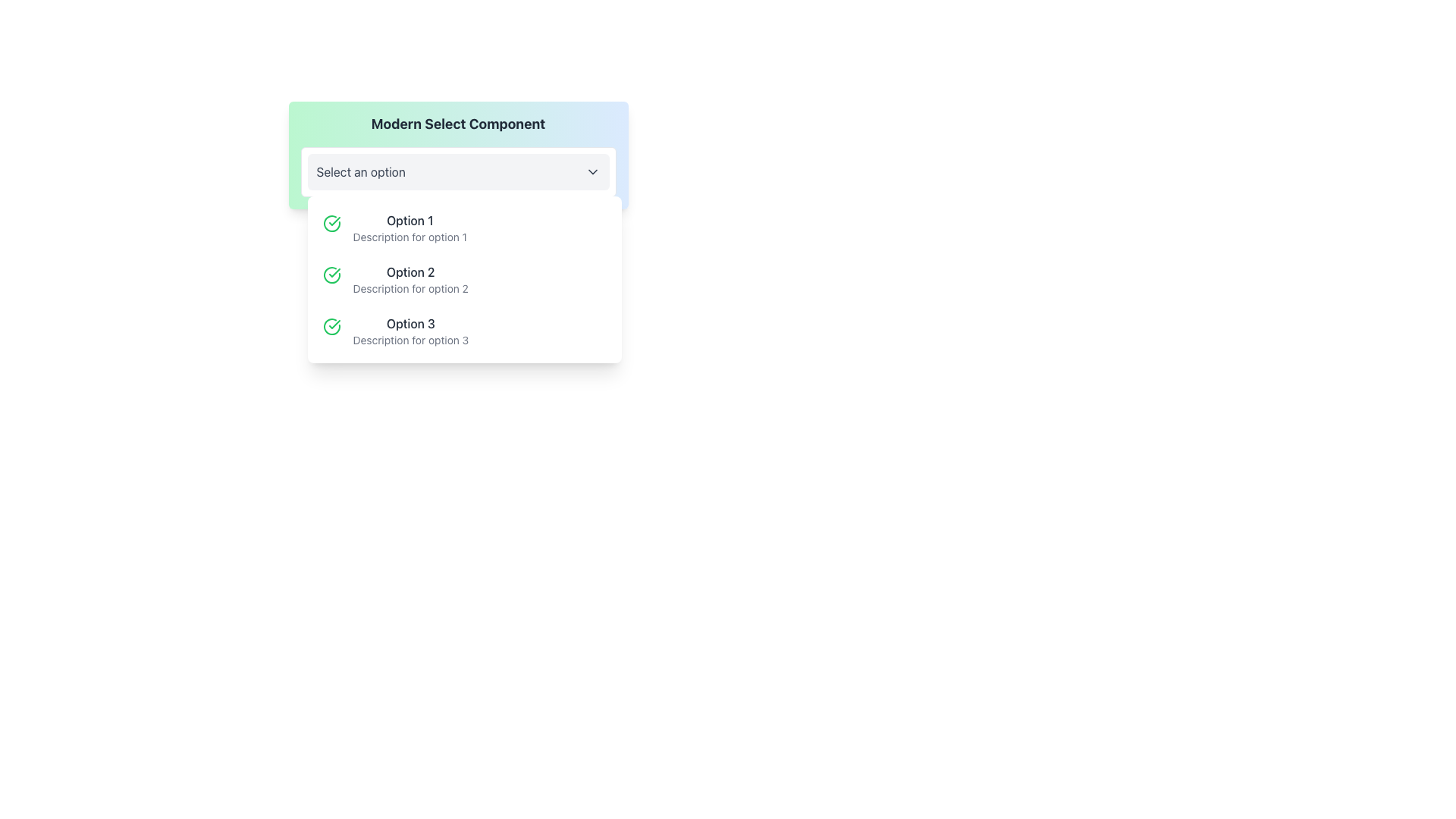  What do you see at coordinates (463, 280) in the screenshot?
I see `the second option in the dropdown list titled 'Option 2' with the description 'Description for option 2'` at bounding box center [463, 280].